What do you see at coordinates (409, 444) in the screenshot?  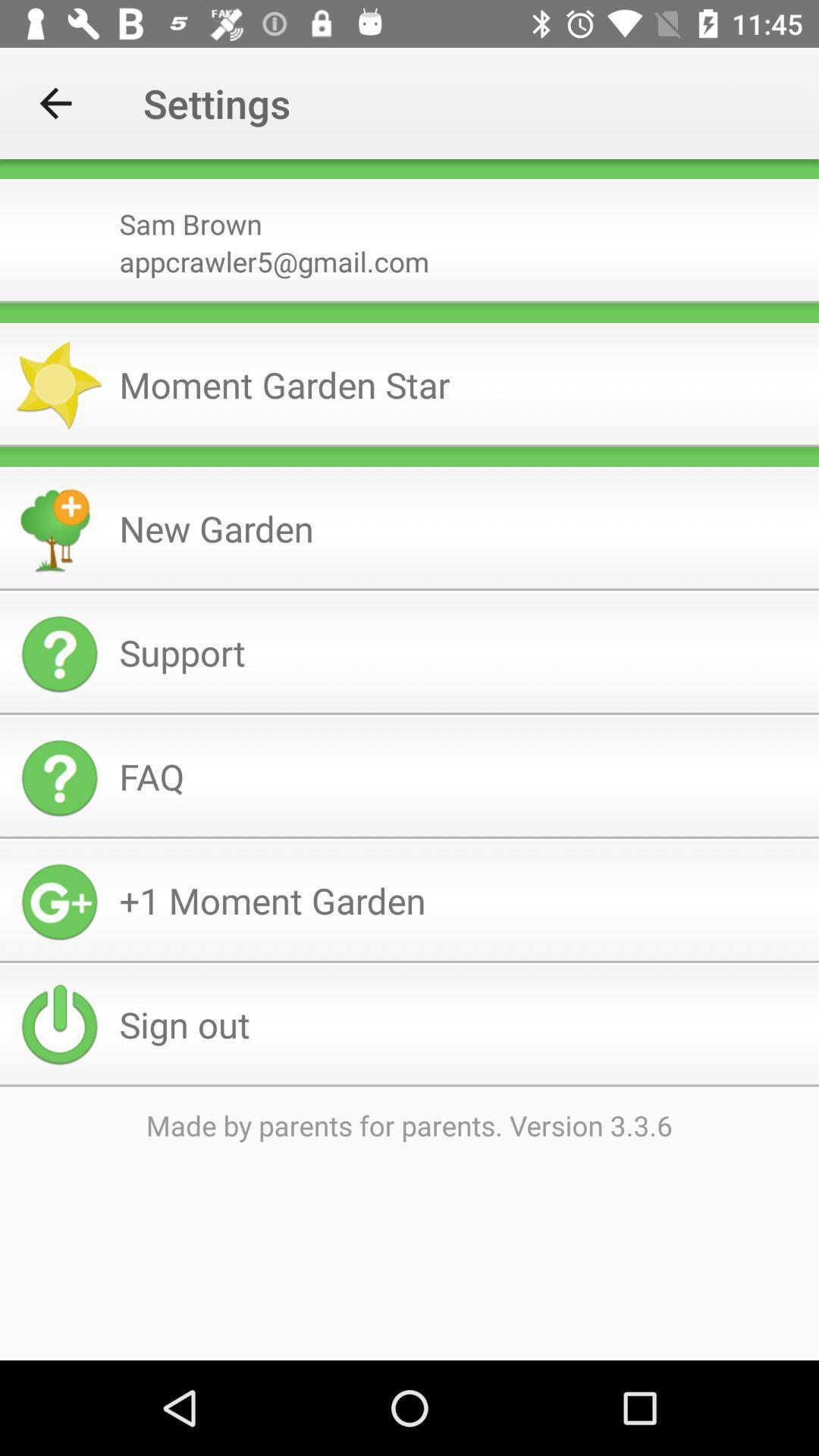 I see `the item above the` at bounding box center [409, 444].